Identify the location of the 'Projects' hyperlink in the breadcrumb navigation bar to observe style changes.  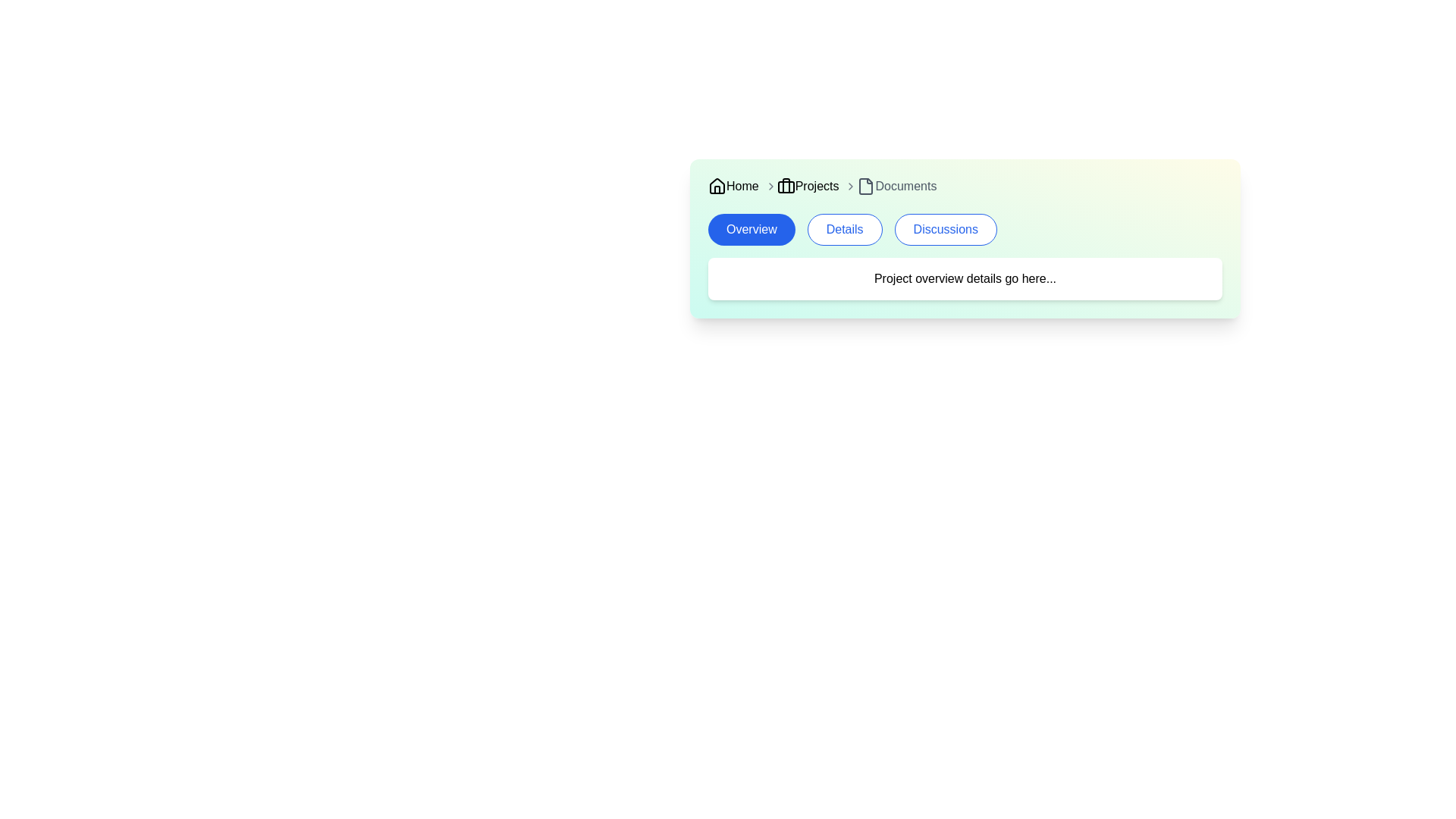
(807, 186).